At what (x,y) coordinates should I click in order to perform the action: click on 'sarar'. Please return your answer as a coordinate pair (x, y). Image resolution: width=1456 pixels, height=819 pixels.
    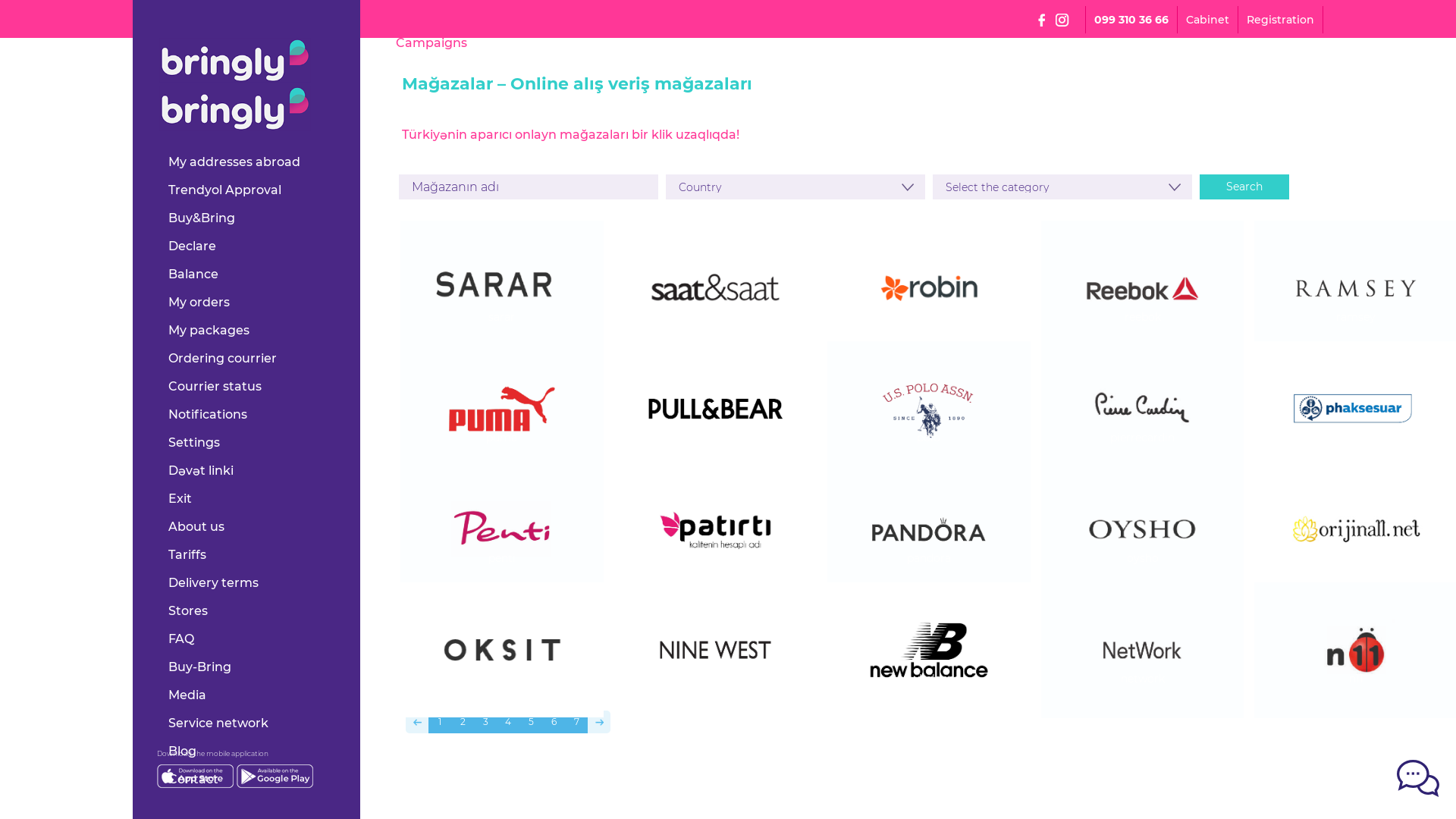
    Looking at the image, I should click on (502, 315).